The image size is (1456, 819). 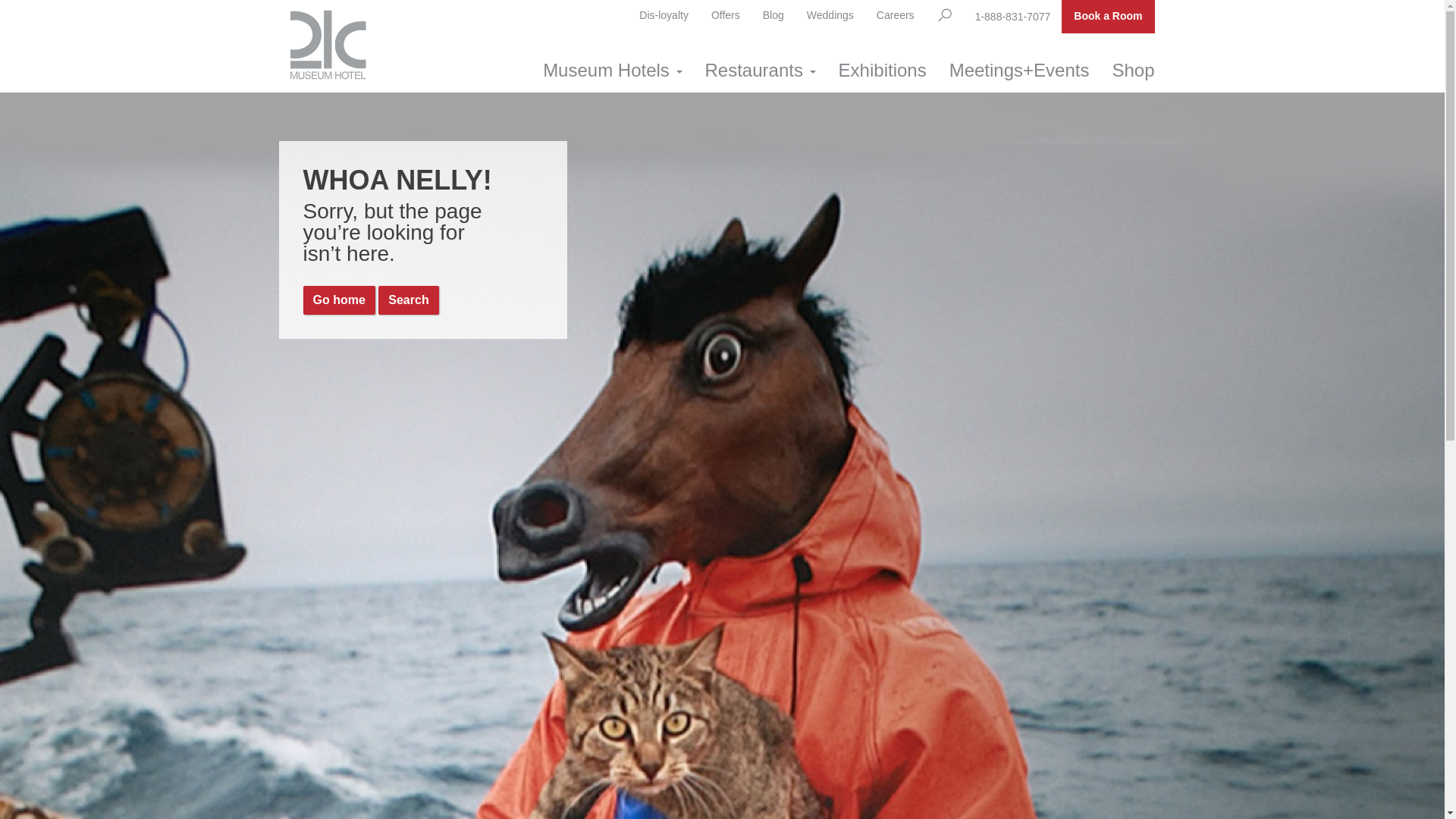 What do you see at coordinates (338, 300) in the screenshot?
I see `'Go home'` at bounding box center [338, 300].